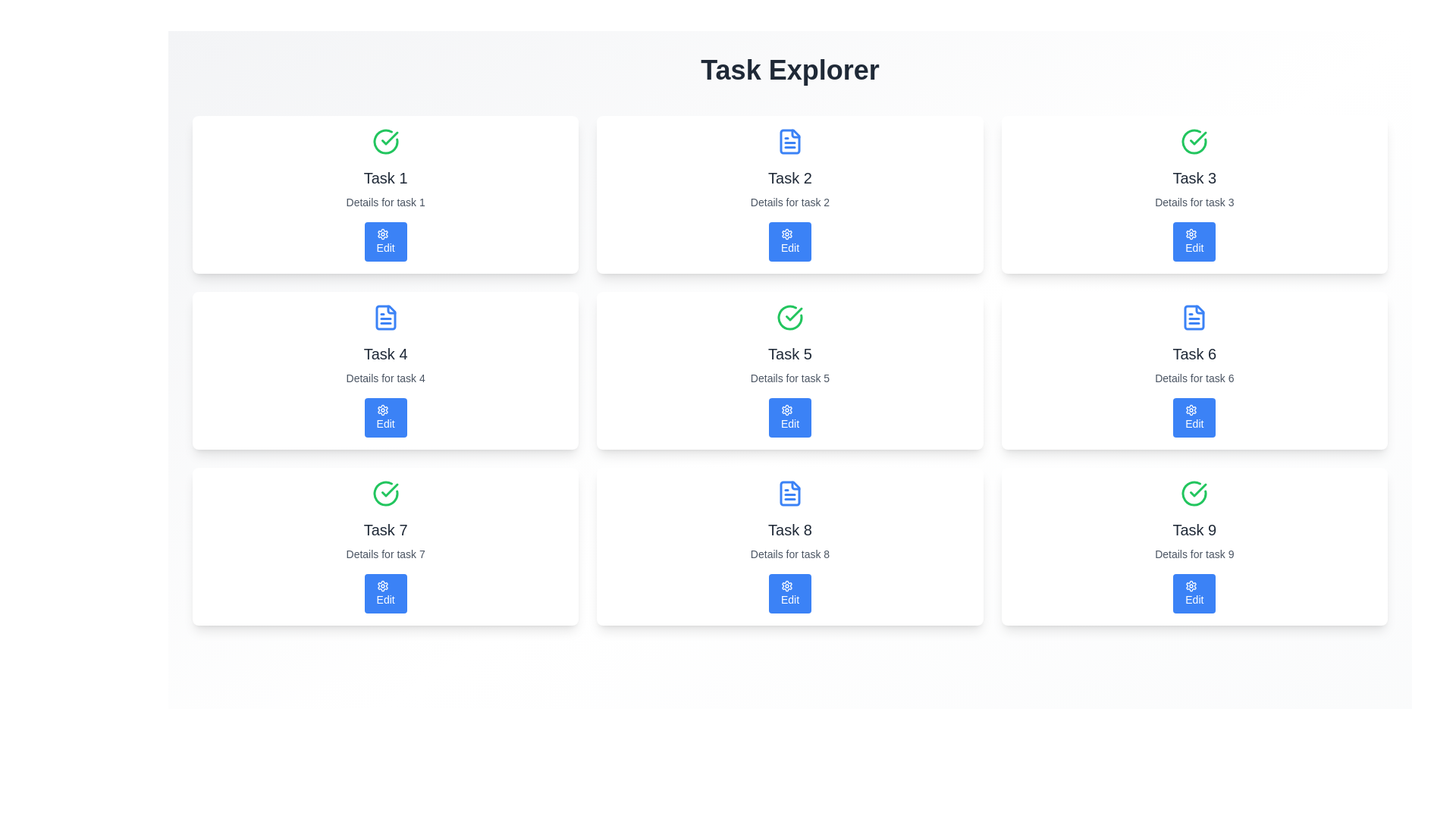 This screenshot has height=819, width=1456. Describe the element at coordinates (385, 194) in the screenshot. I see `the first card` at that location.